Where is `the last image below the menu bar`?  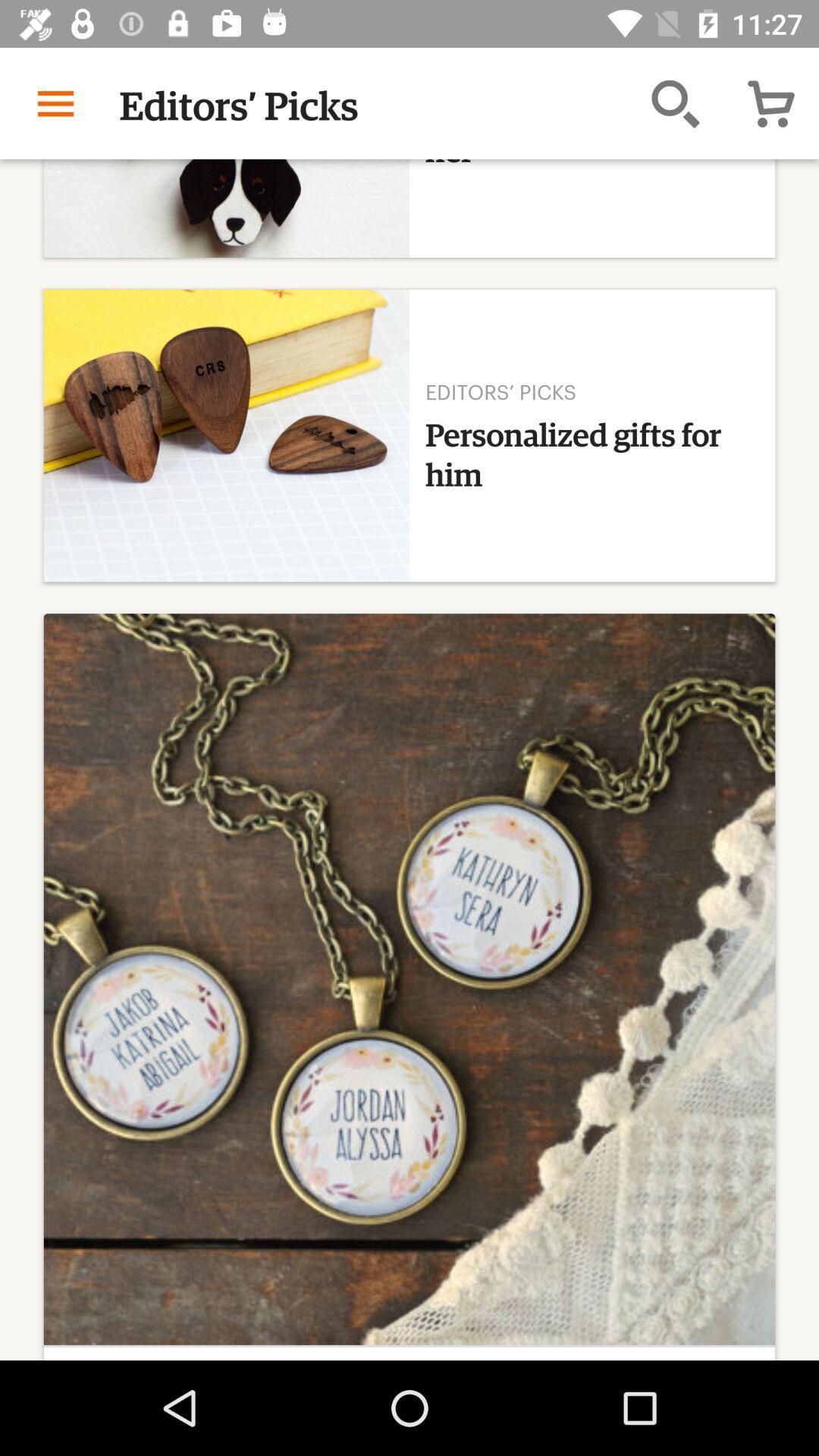
the last image below the menu bar is located at coordinates (409, 979).